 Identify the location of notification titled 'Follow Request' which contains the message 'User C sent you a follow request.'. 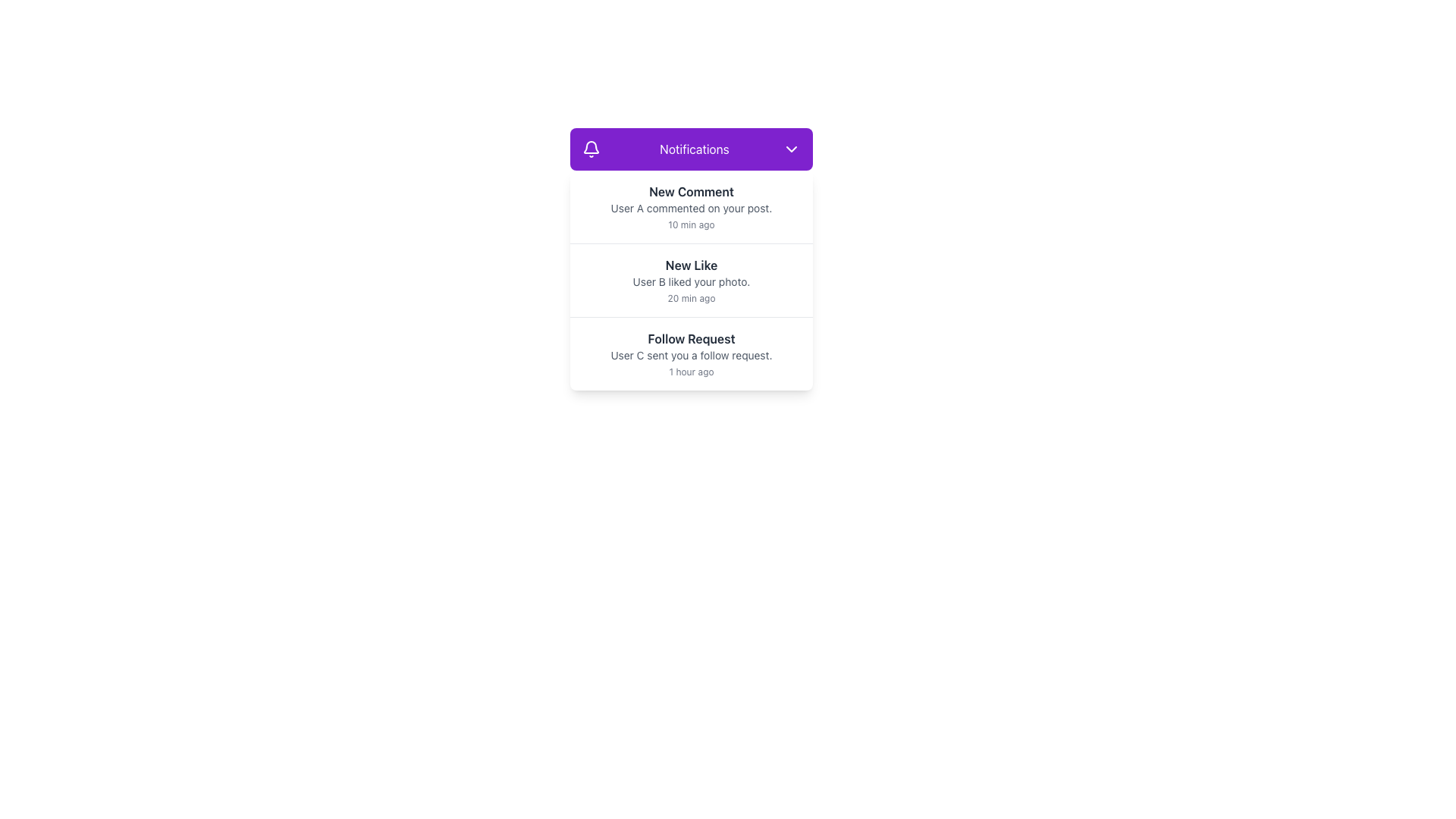
(691, 353).